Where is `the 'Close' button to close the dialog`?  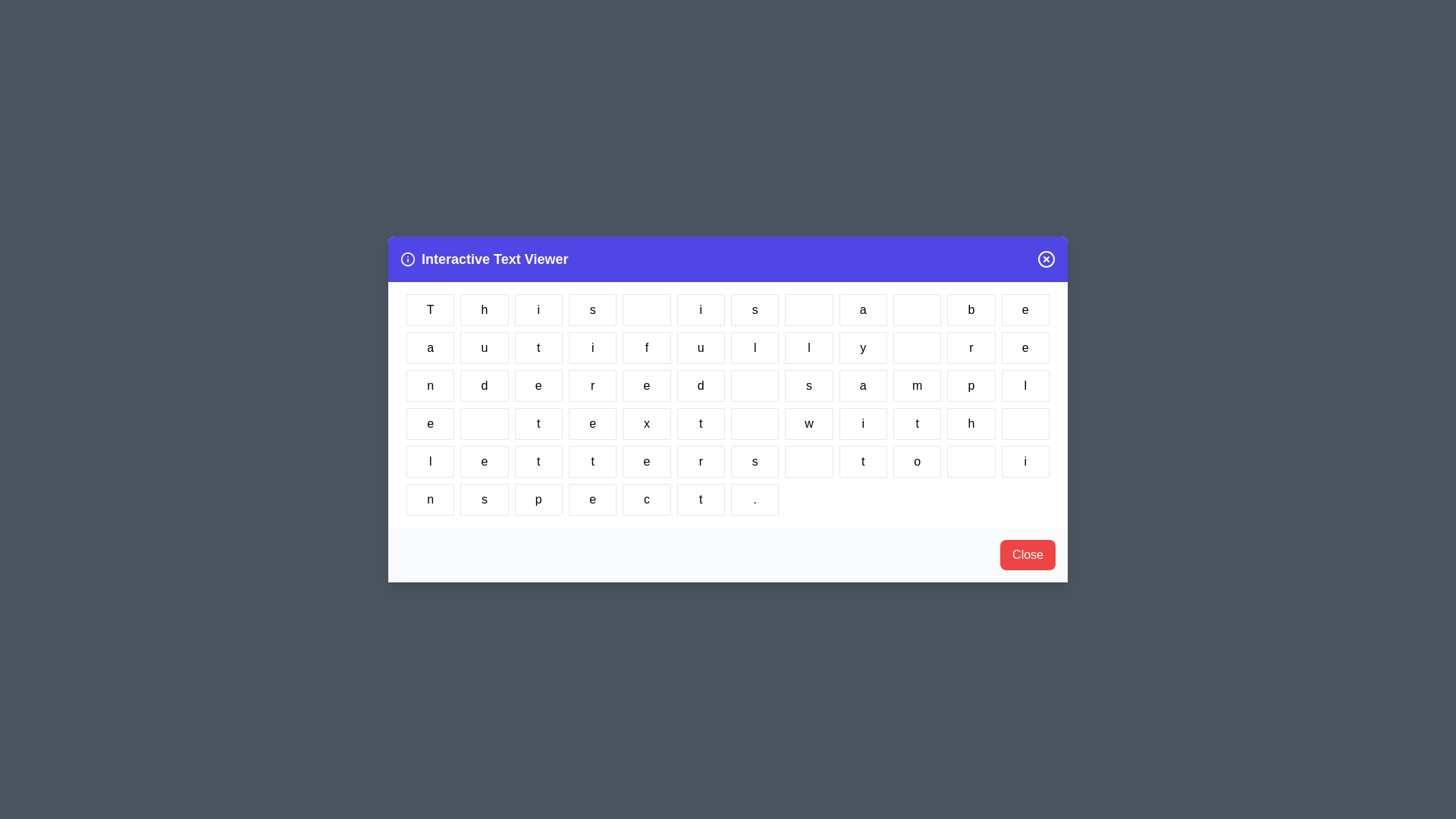 the 'Close' button to close the dialog is located at coordinates (1027, 555).